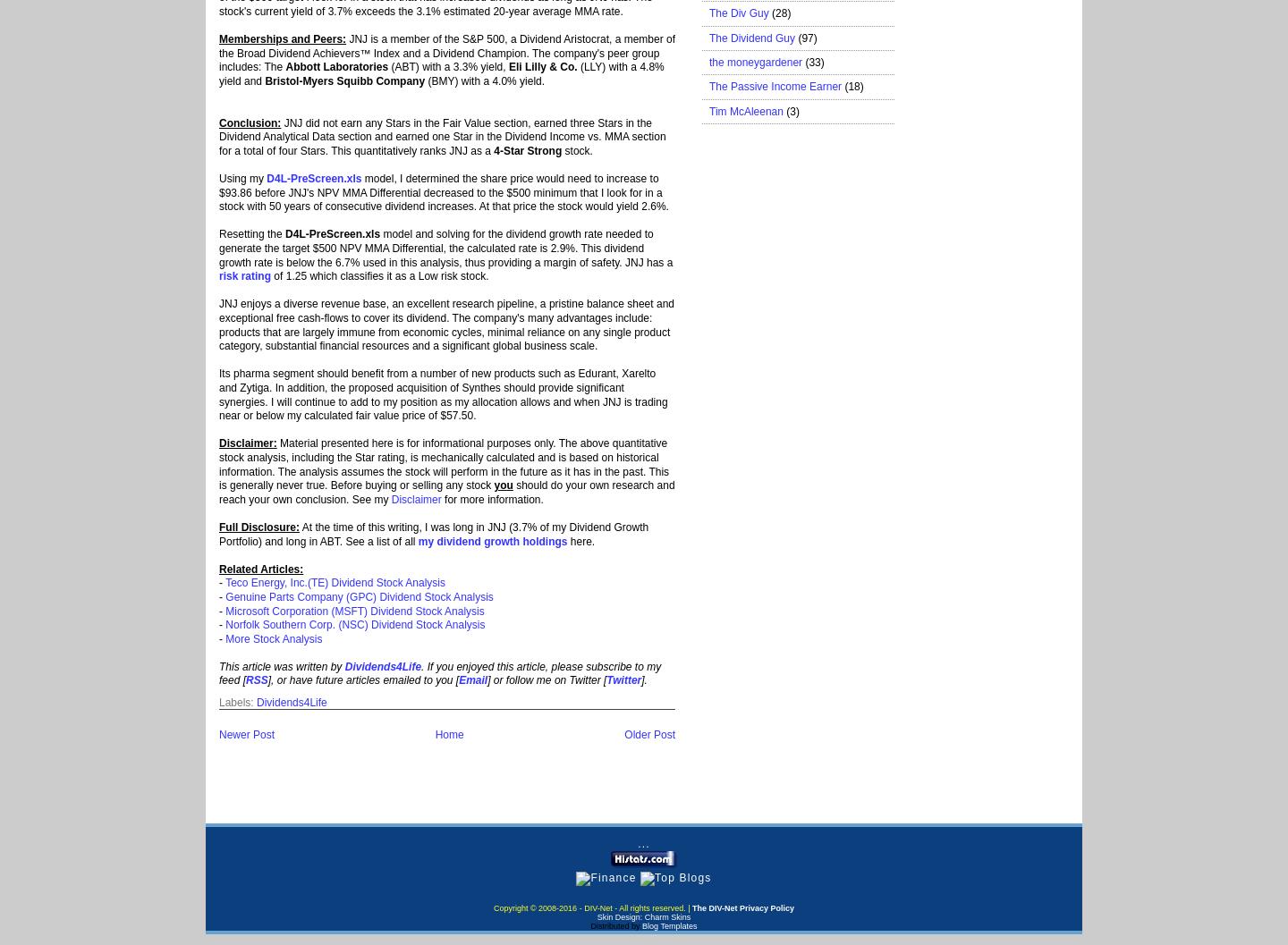 This screenshot has width=1288, height=945. I want to click on 'Bristol-Myers Squibb Company', so click(343, 79).